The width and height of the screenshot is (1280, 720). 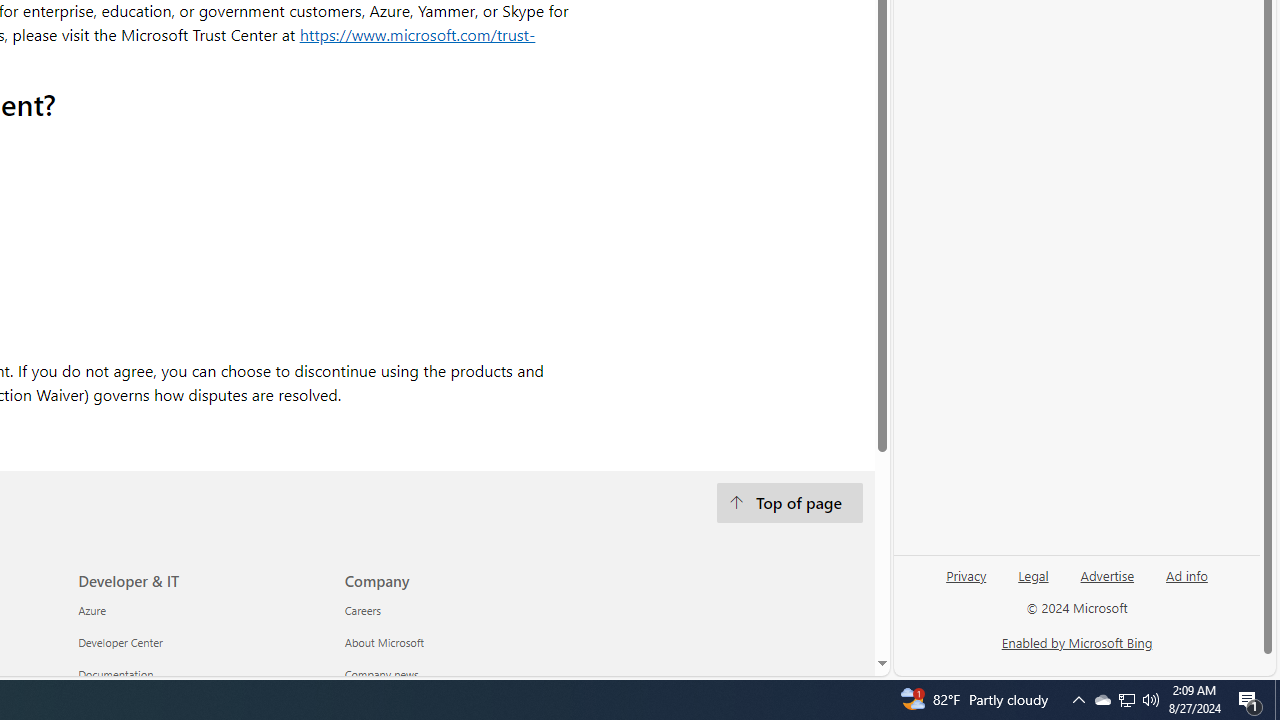 What do you see at coordinates (91, 610) in the screenshot?
I see `'Azure Developer & IT'` at bounding box center [91, 610].